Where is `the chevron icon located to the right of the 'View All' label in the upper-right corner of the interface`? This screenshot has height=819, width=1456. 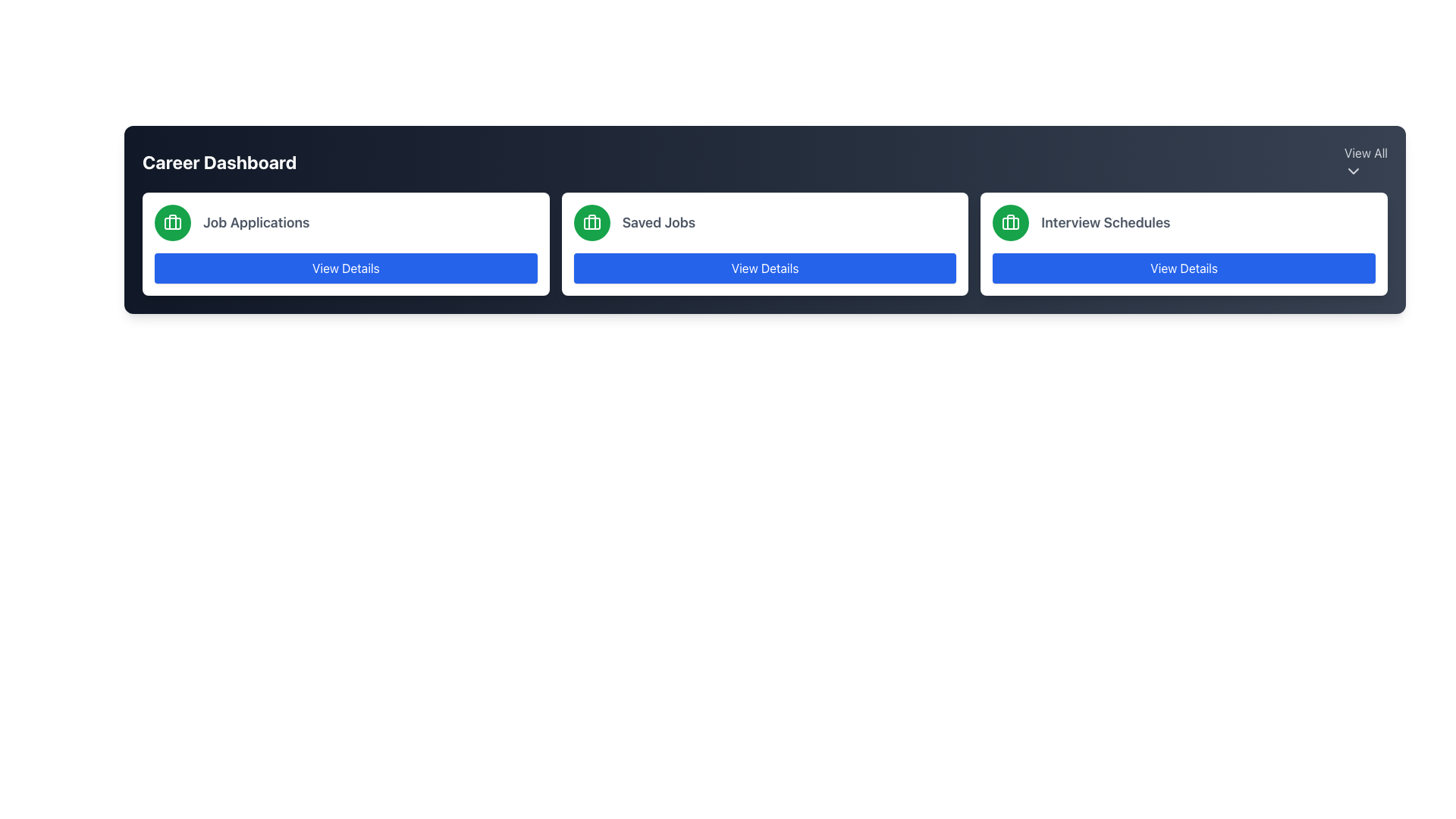 the chevron icon located to the right of the 'View All' label in the upper-right corner of the interface is located at coordinates (1353, 171).